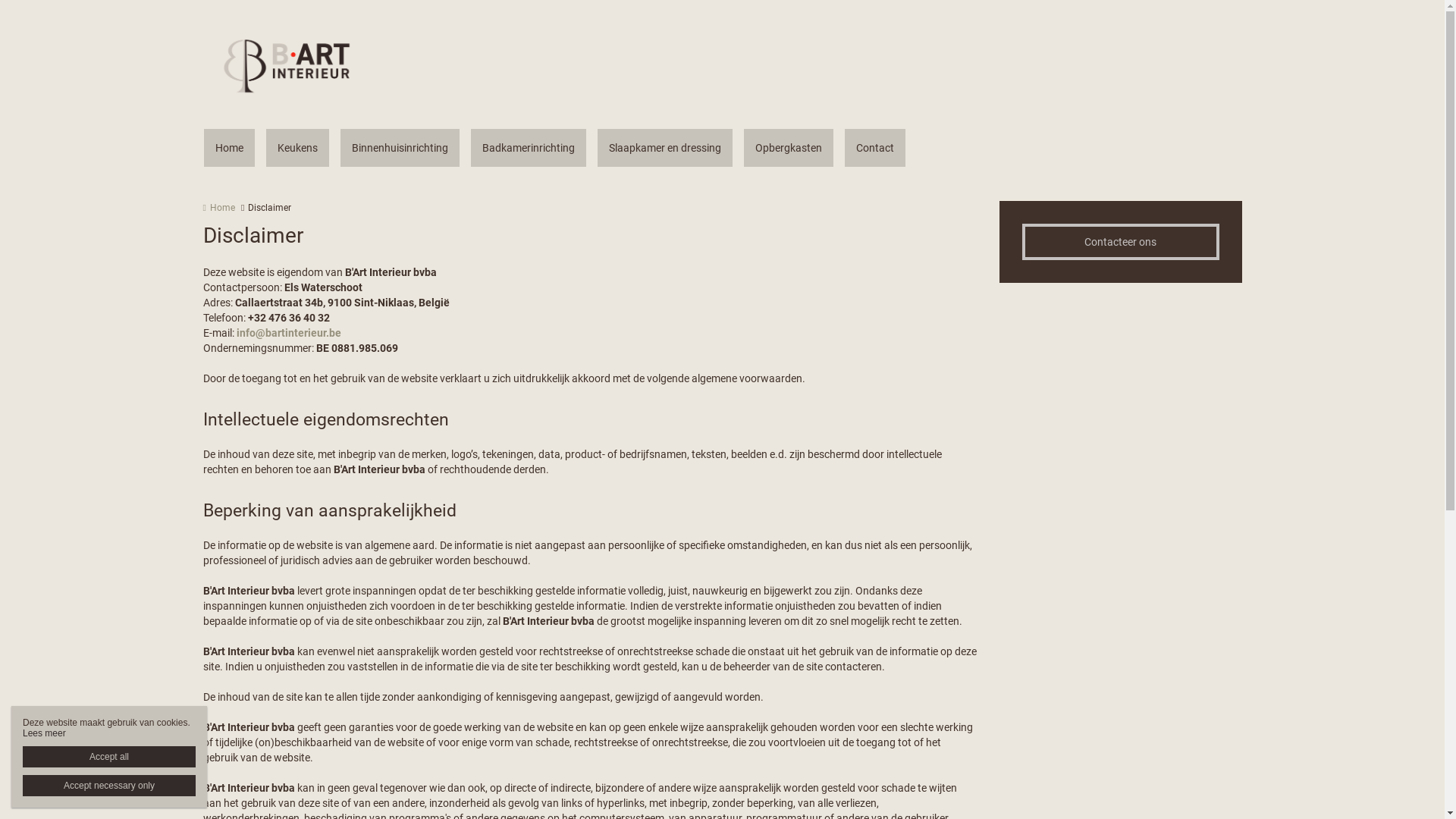 Image resolution: width=1456 pixels, height=819 pixels. What do you see at coordinates (108, 785) in the screenshot?
I see `'Accept necessary only'` at bounding box center [108, 785].